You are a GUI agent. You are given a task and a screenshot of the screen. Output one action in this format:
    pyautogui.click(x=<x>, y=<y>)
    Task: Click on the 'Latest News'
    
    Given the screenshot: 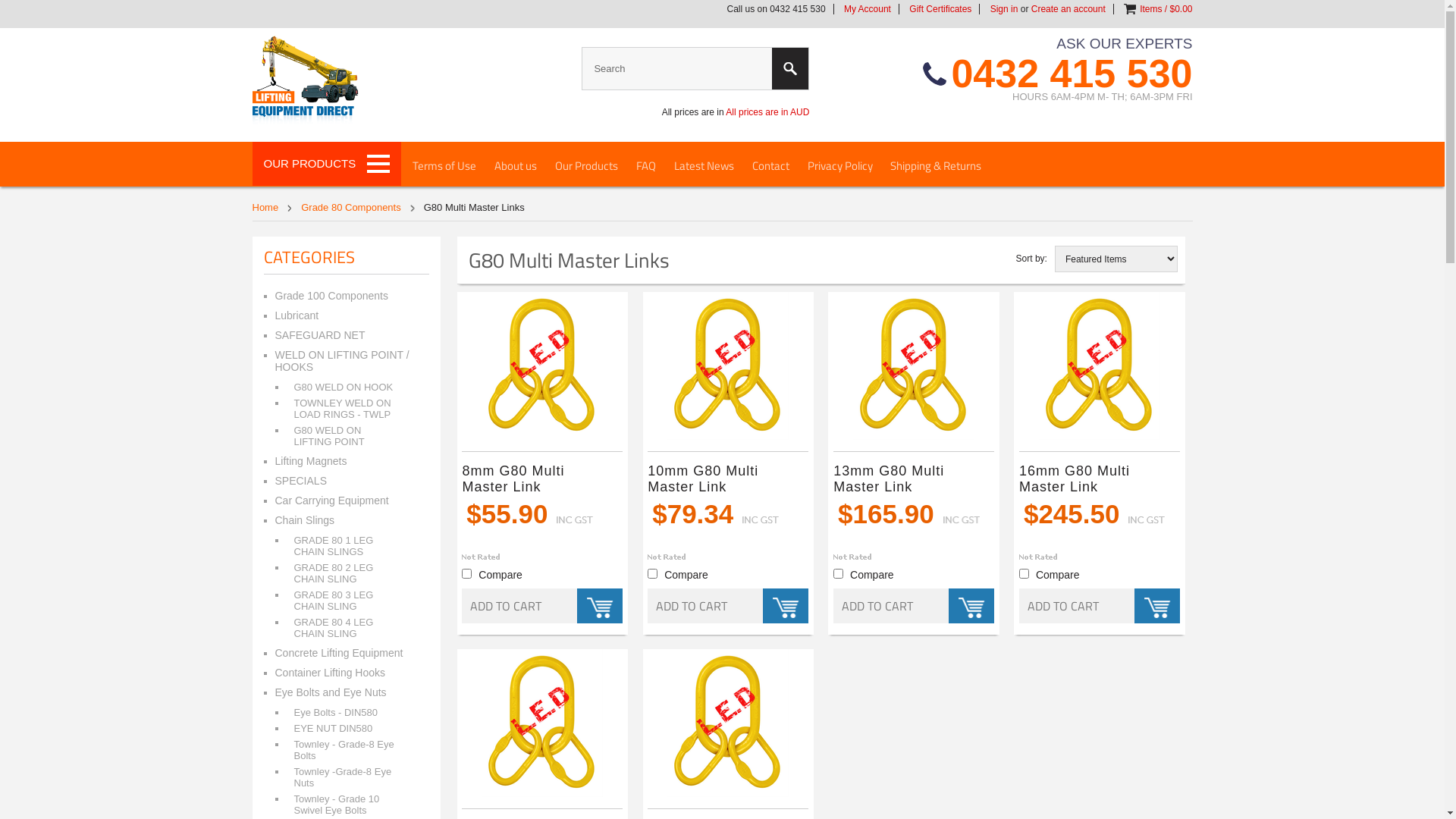 What is the action you would take?
    pyautogui.click(x=673, y=165)
    